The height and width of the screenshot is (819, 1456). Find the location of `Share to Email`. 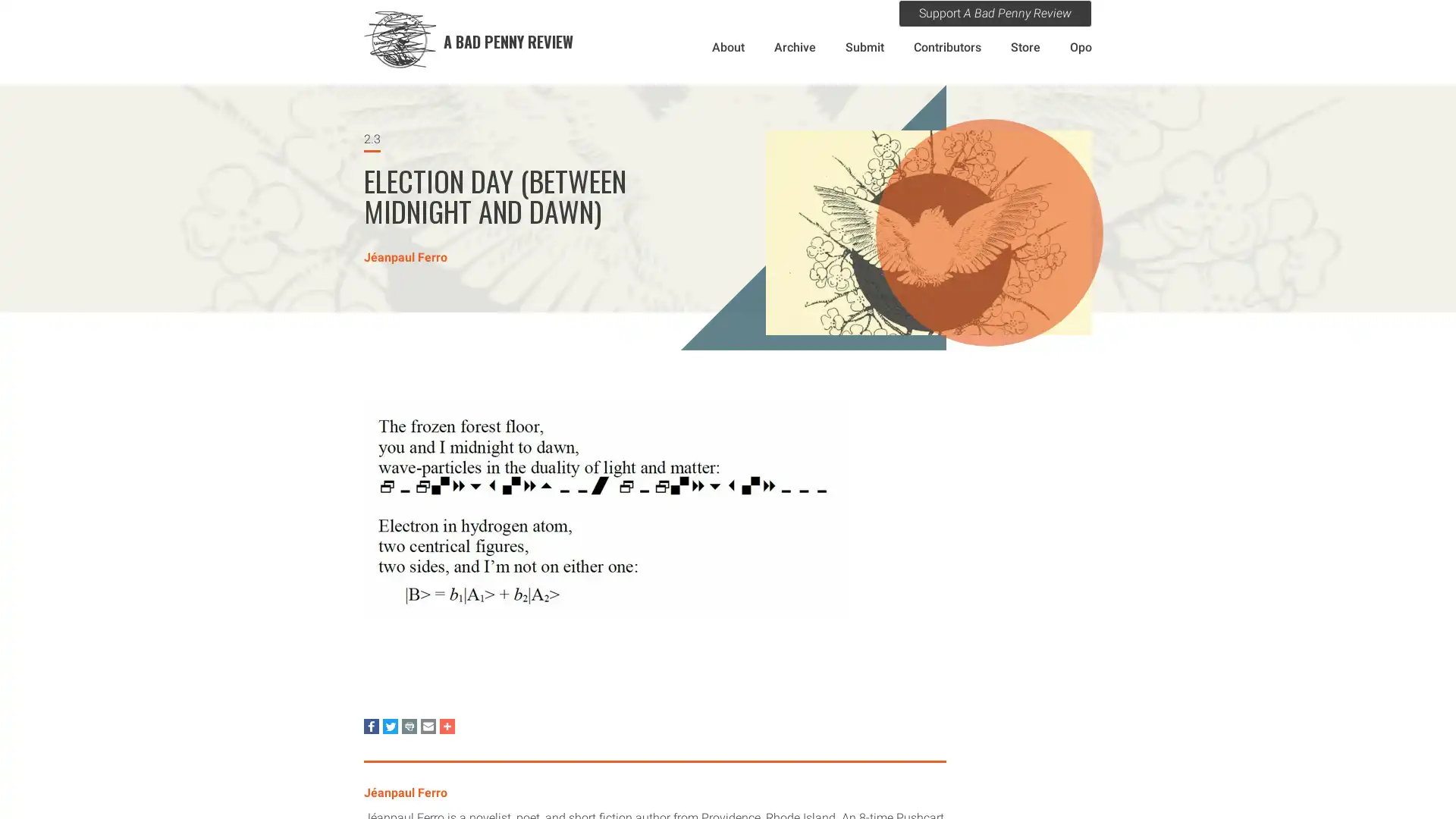

Share to Email is located at coordinates (428, 725).